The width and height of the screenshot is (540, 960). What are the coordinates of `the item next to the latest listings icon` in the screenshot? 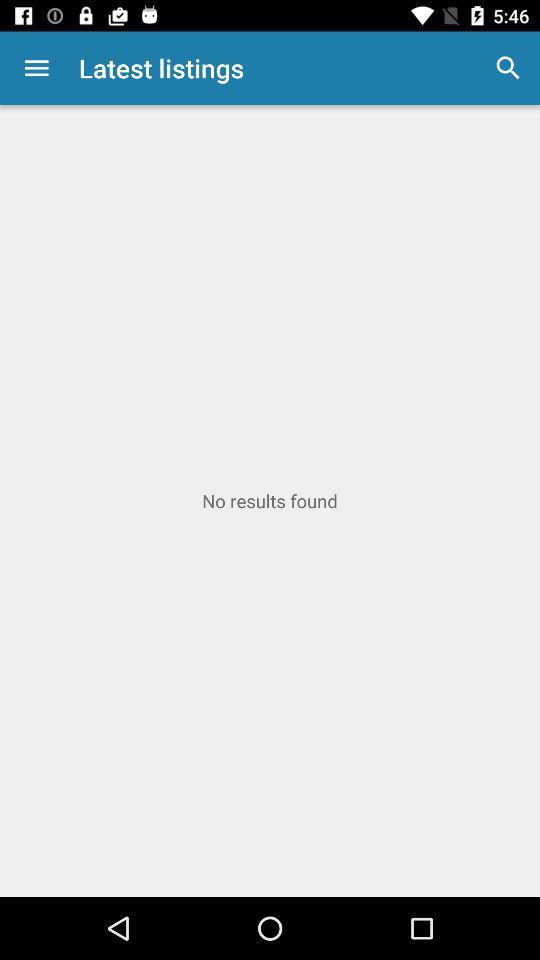 It's located at (36, 68).